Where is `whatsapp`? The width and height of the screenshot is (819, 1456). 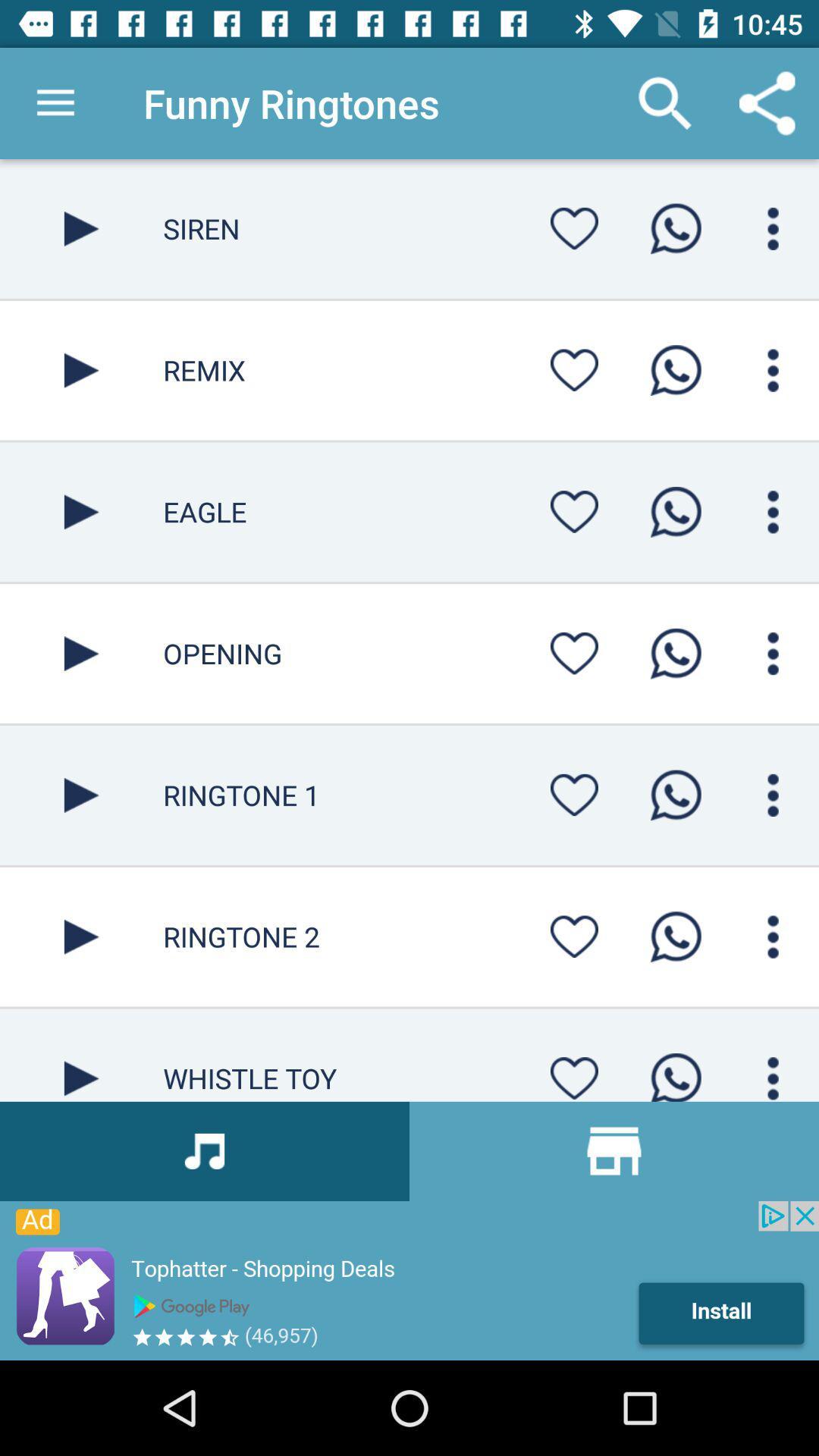
whatsapp is located at coordinates (675, 512).